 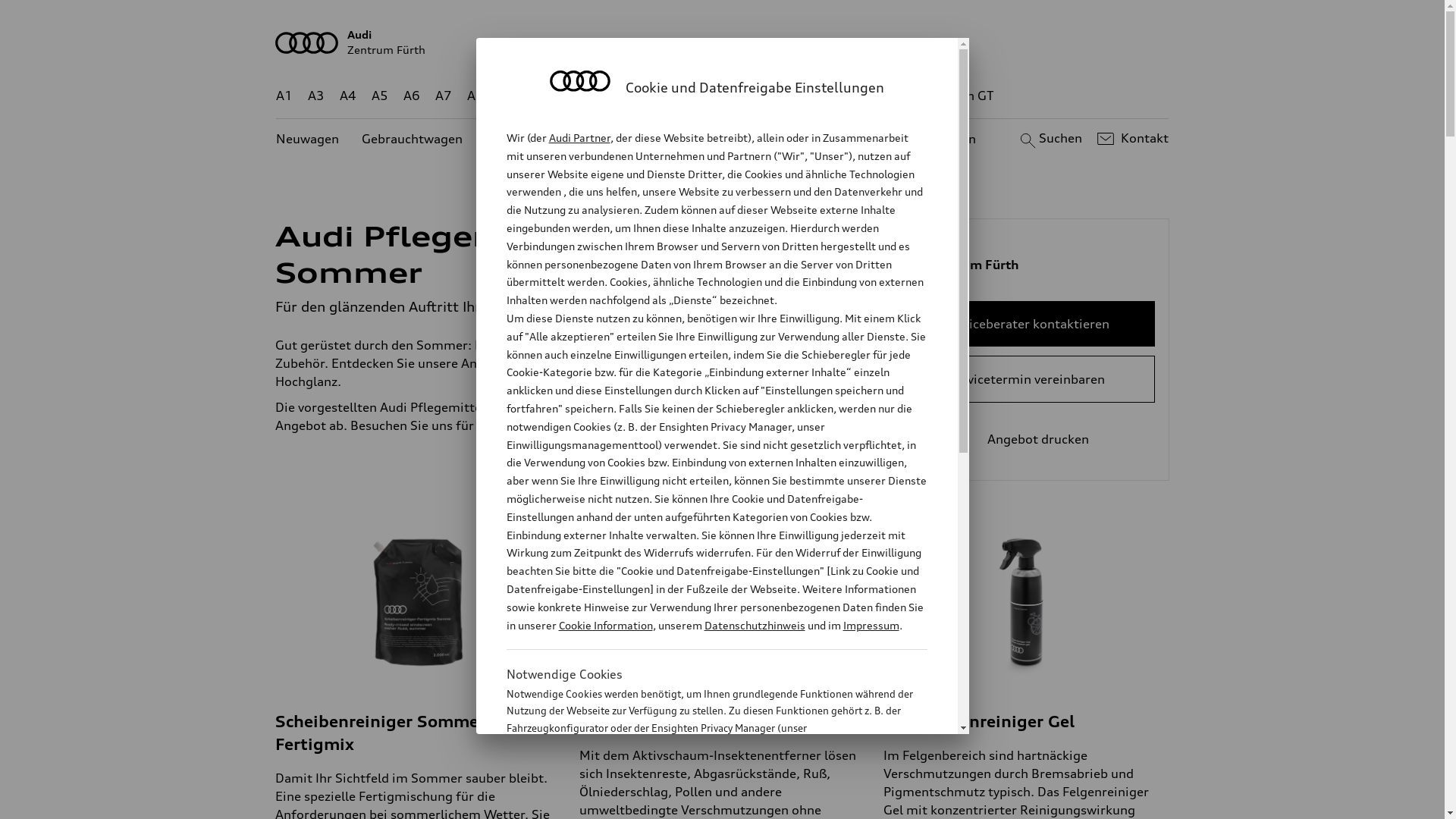 I want to click on 'TT', so click(x=814, y=96).